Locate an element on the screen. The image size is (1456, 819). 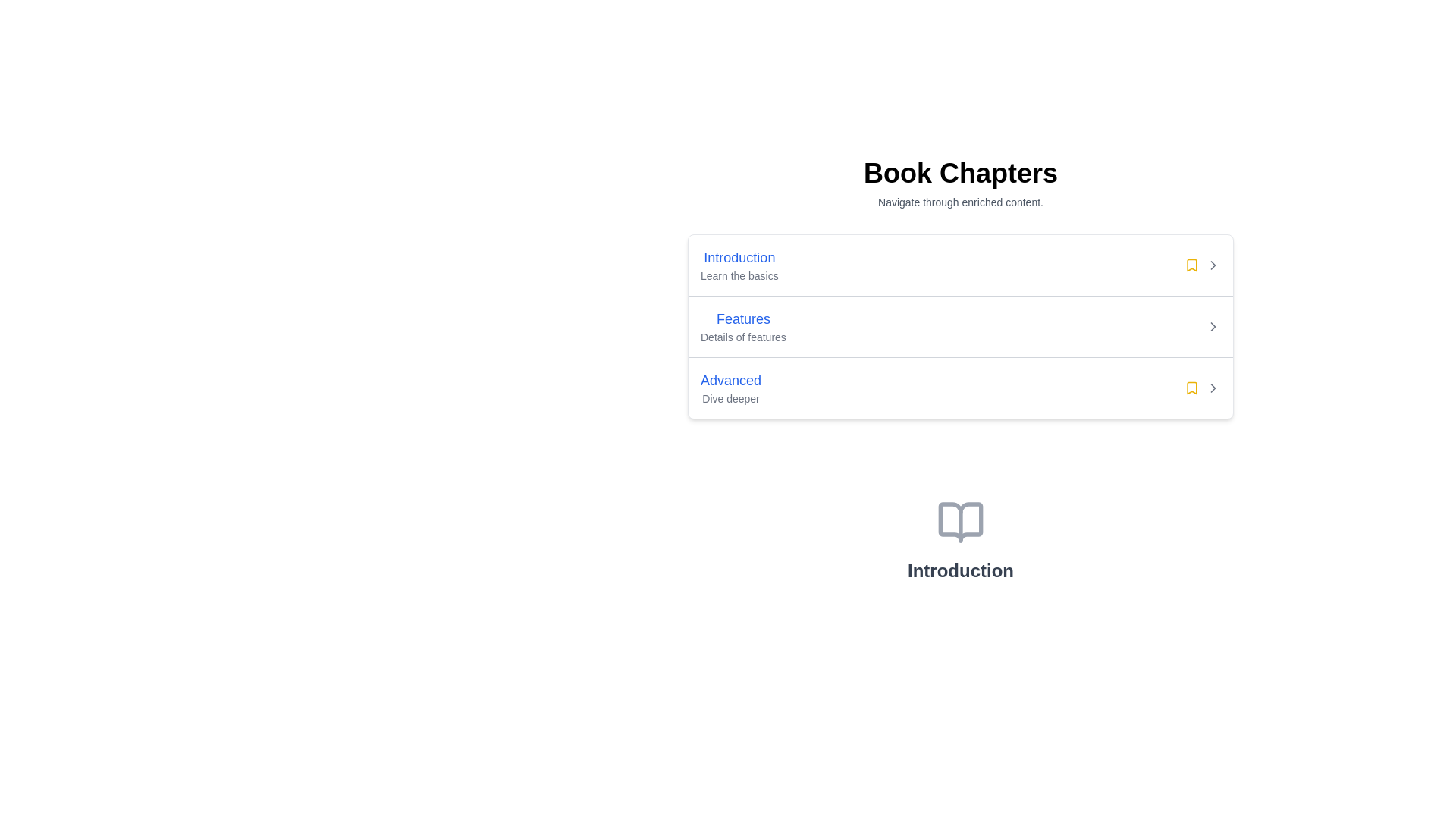
the small right-facing gray arrow icon in the 'Features' section of the 'Book Chapters' list is located at coordinates (1212, 326).